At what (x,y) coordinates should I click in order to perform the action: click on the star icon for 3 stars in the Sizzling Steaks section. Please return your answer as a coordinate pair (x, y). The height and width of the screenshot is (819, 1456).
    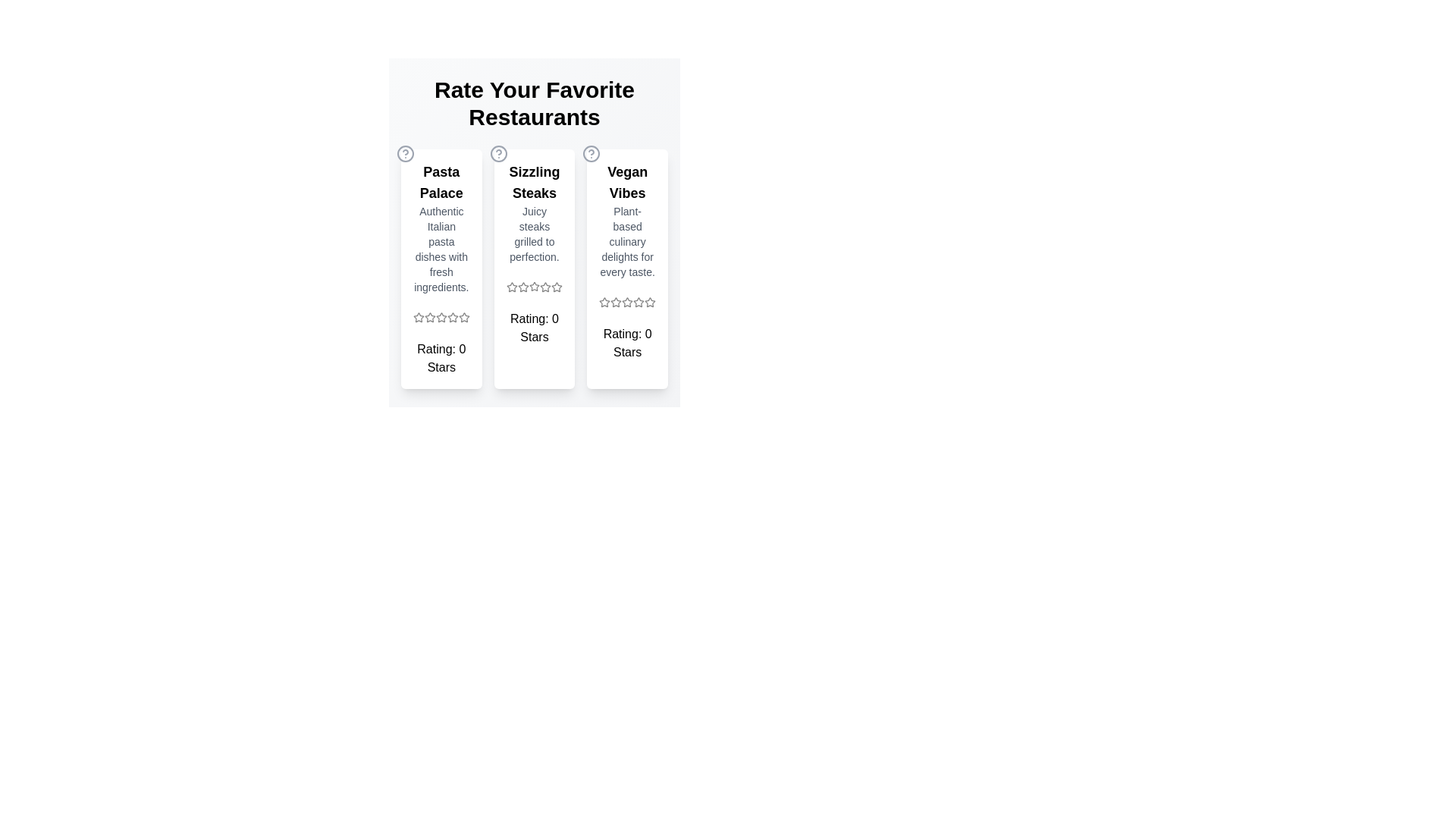
    Looking at the image, I should click on (535, 287).